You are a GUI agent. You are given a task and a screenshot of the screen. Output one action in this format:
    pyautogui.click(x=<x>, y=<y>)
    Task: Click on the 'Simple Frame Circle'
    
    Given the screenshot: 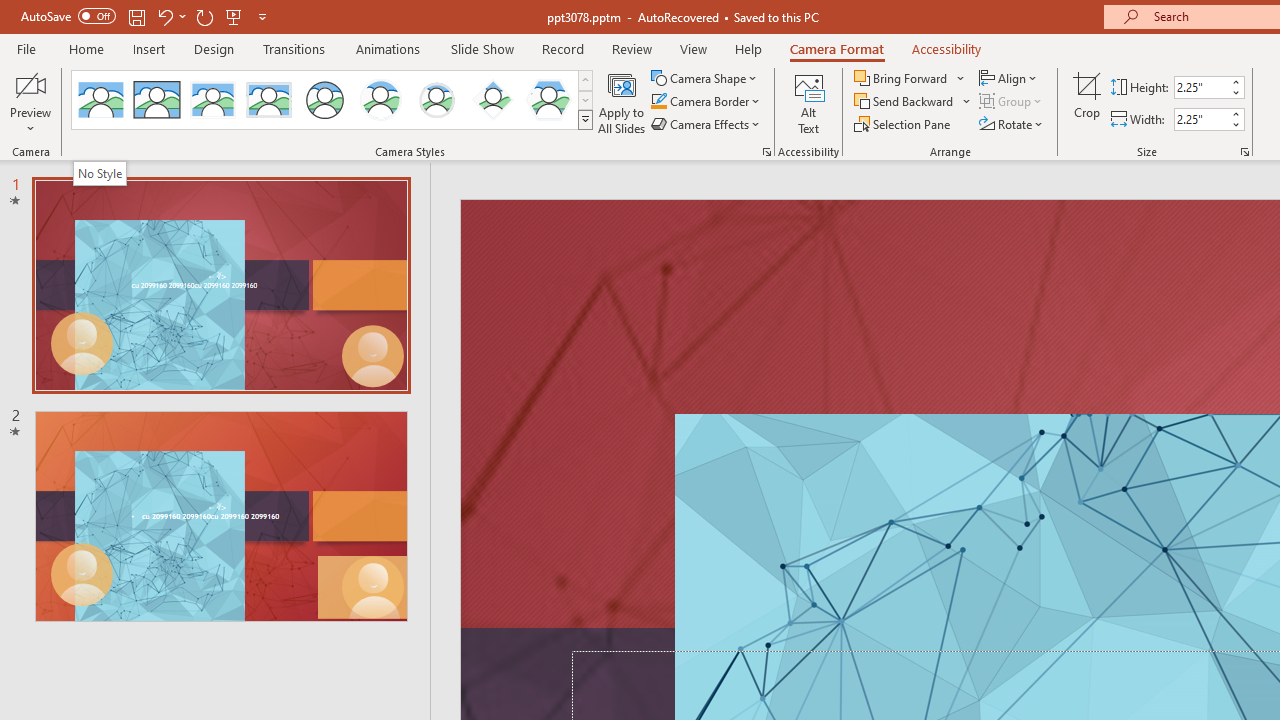 What is the action you would take?
    pyautogui.click(x=325, y=100)
    